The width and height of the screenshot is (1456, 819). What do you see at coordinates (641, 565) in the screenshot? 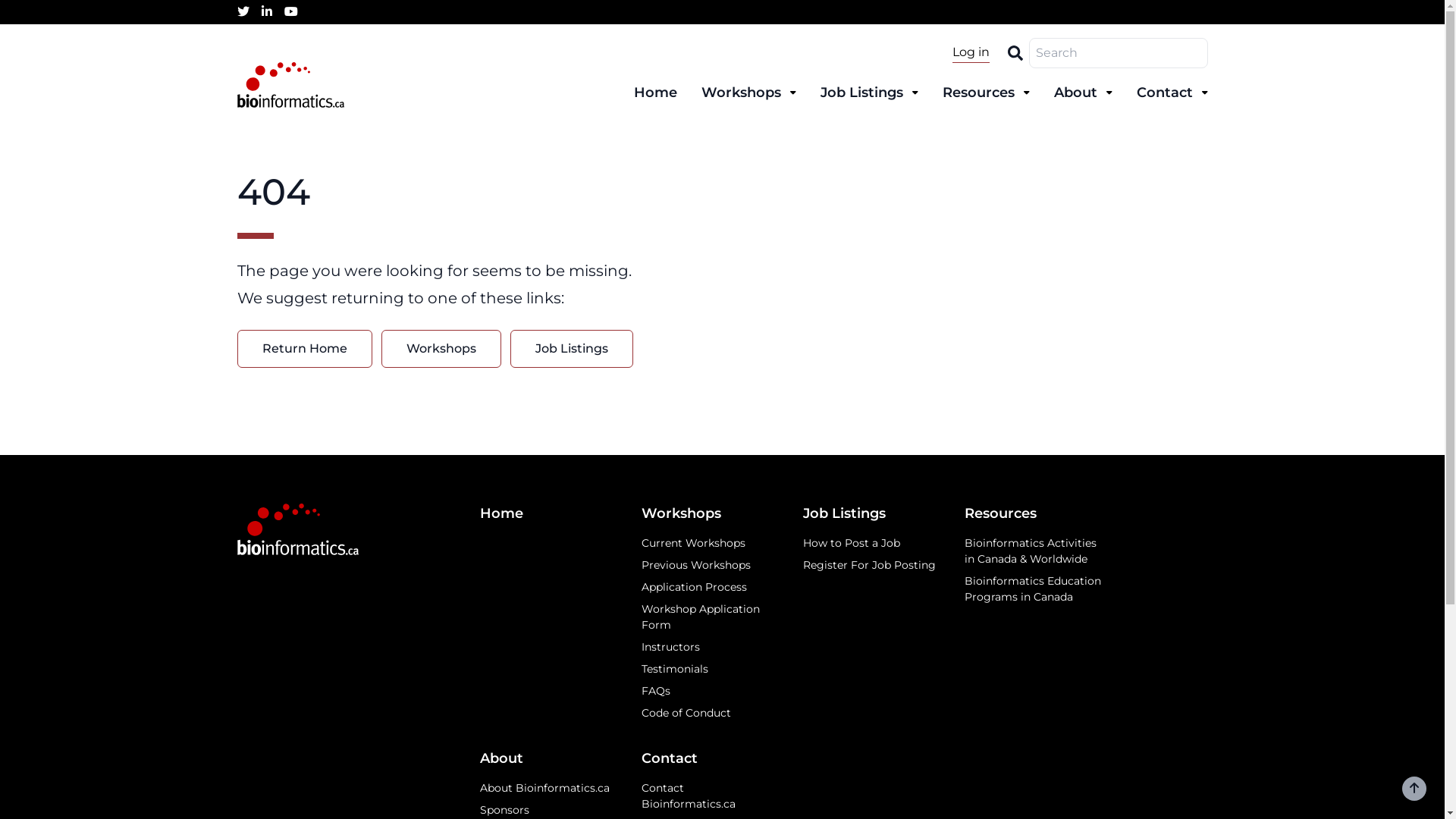
I see `'Previous Workshops'` at bounding box center [641, 565].